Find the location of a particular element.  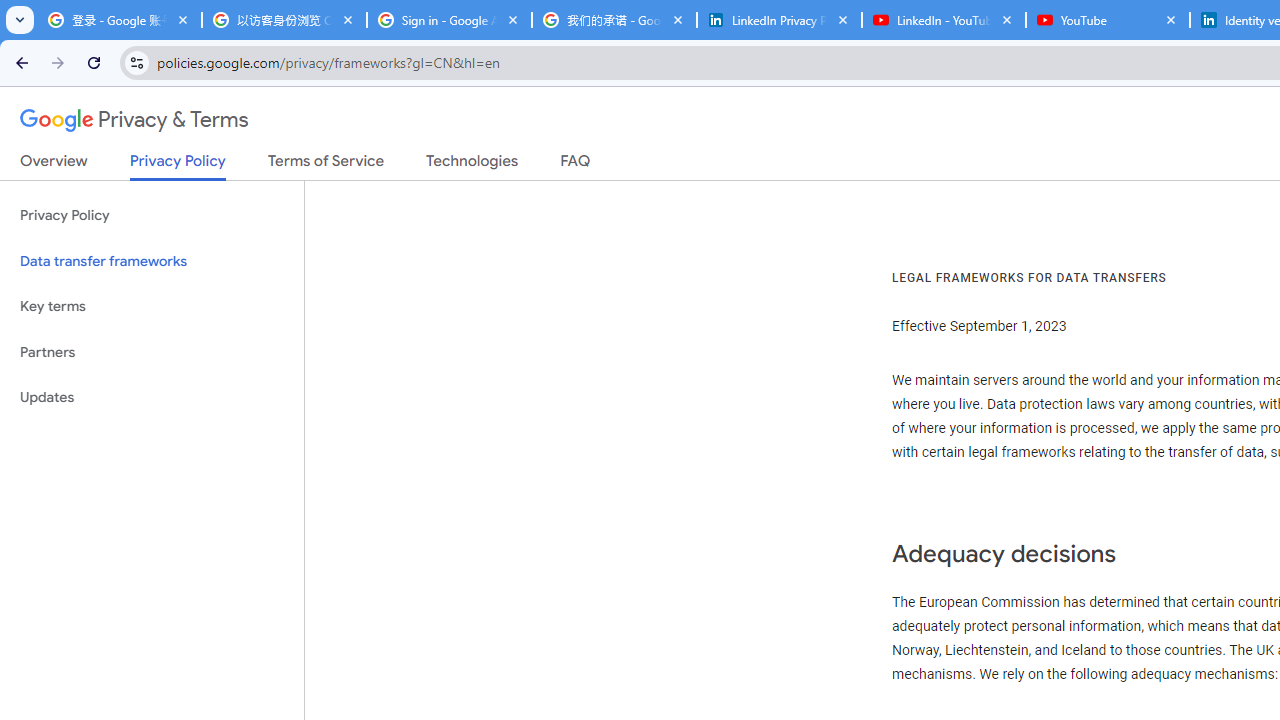

'Overview' is located at coordinates (54, 164).